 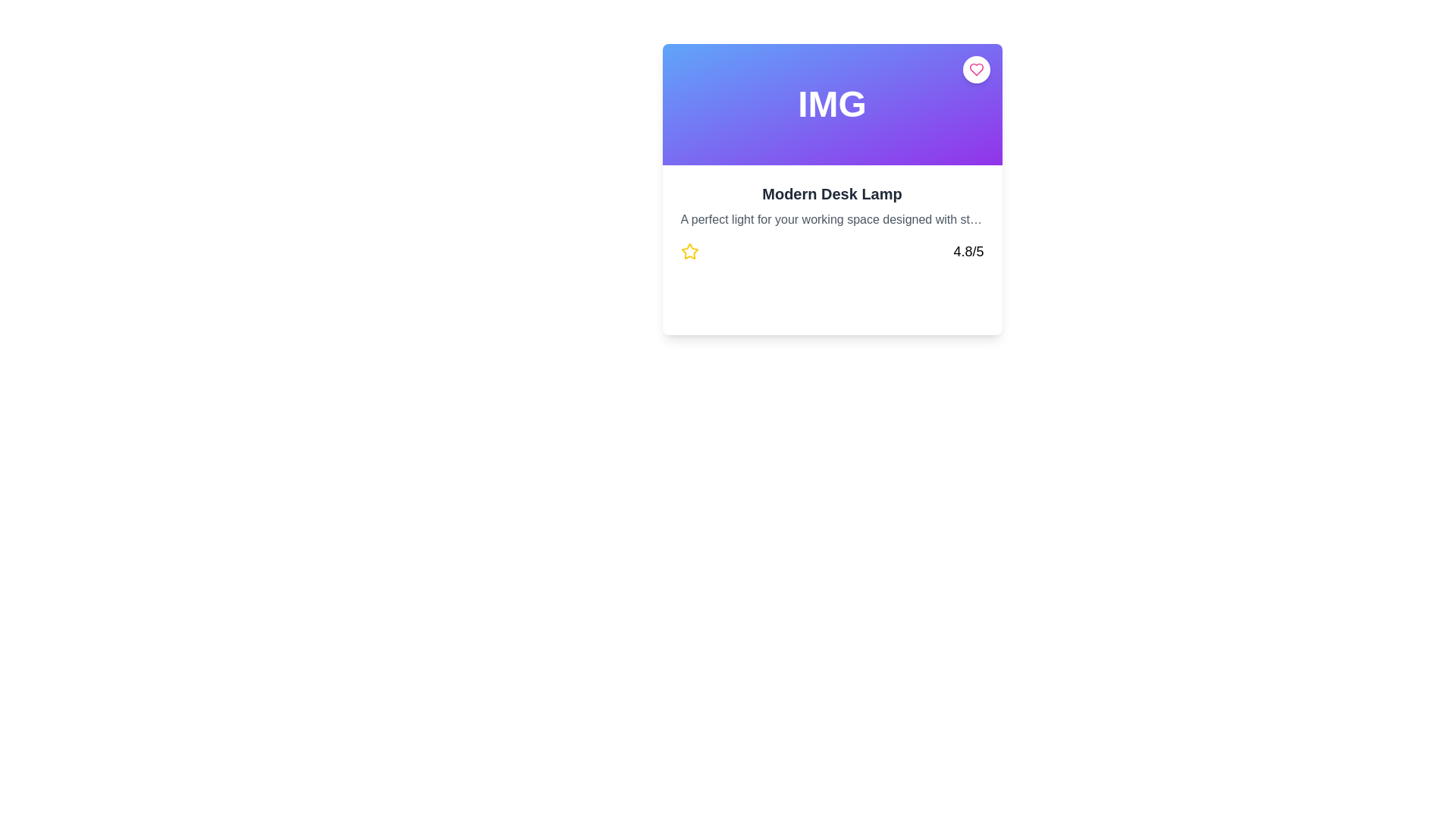 I want to click on the star icon representing the rating system for the 'Modern Desk Lamp' which indicates a rating of '4.8/5', so click(x=689, y=250).